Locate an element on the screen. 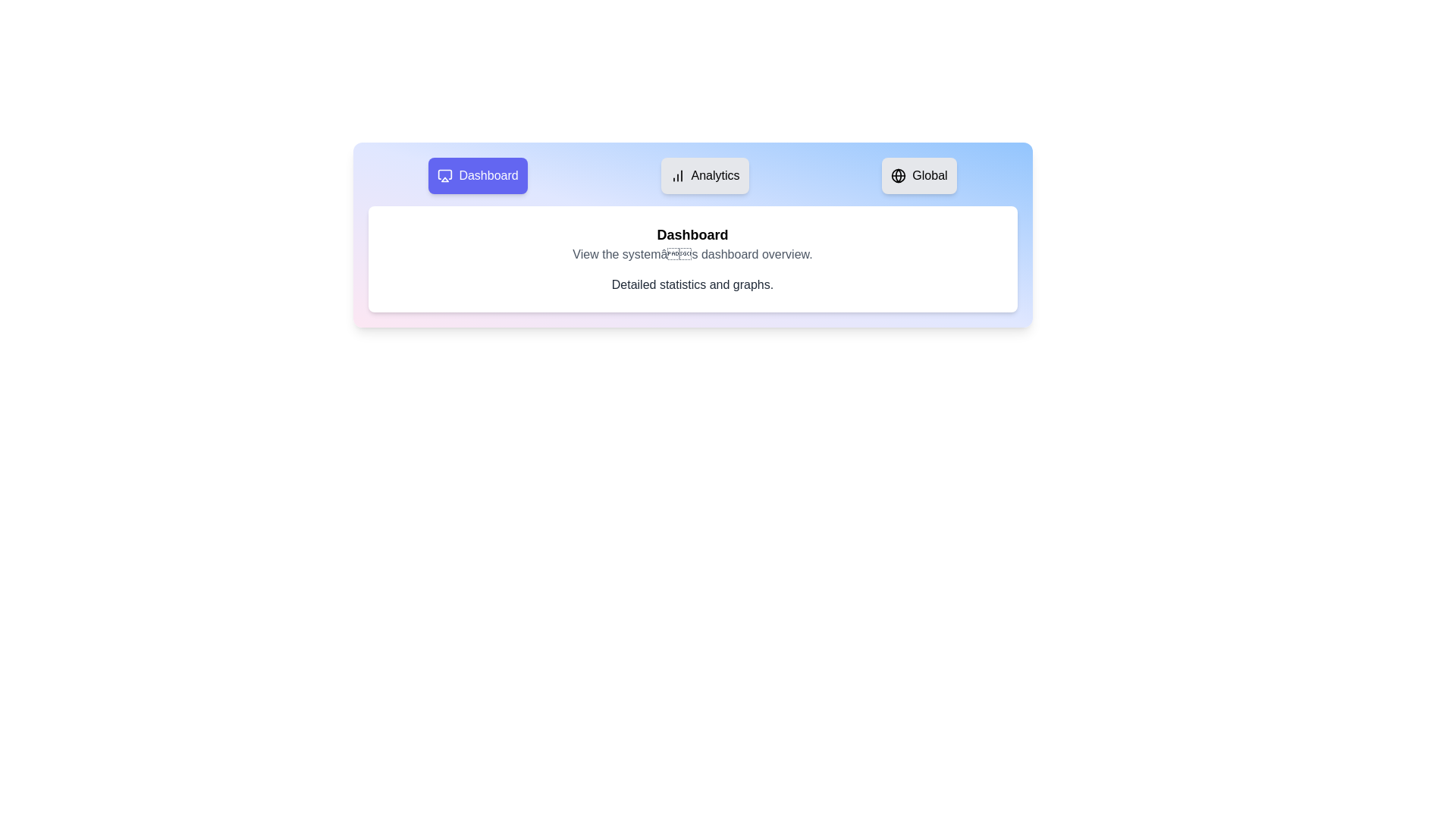 This screenshot has height=819, width=1456. the tab labeled Dashboard is located at coordinates (477, 174).